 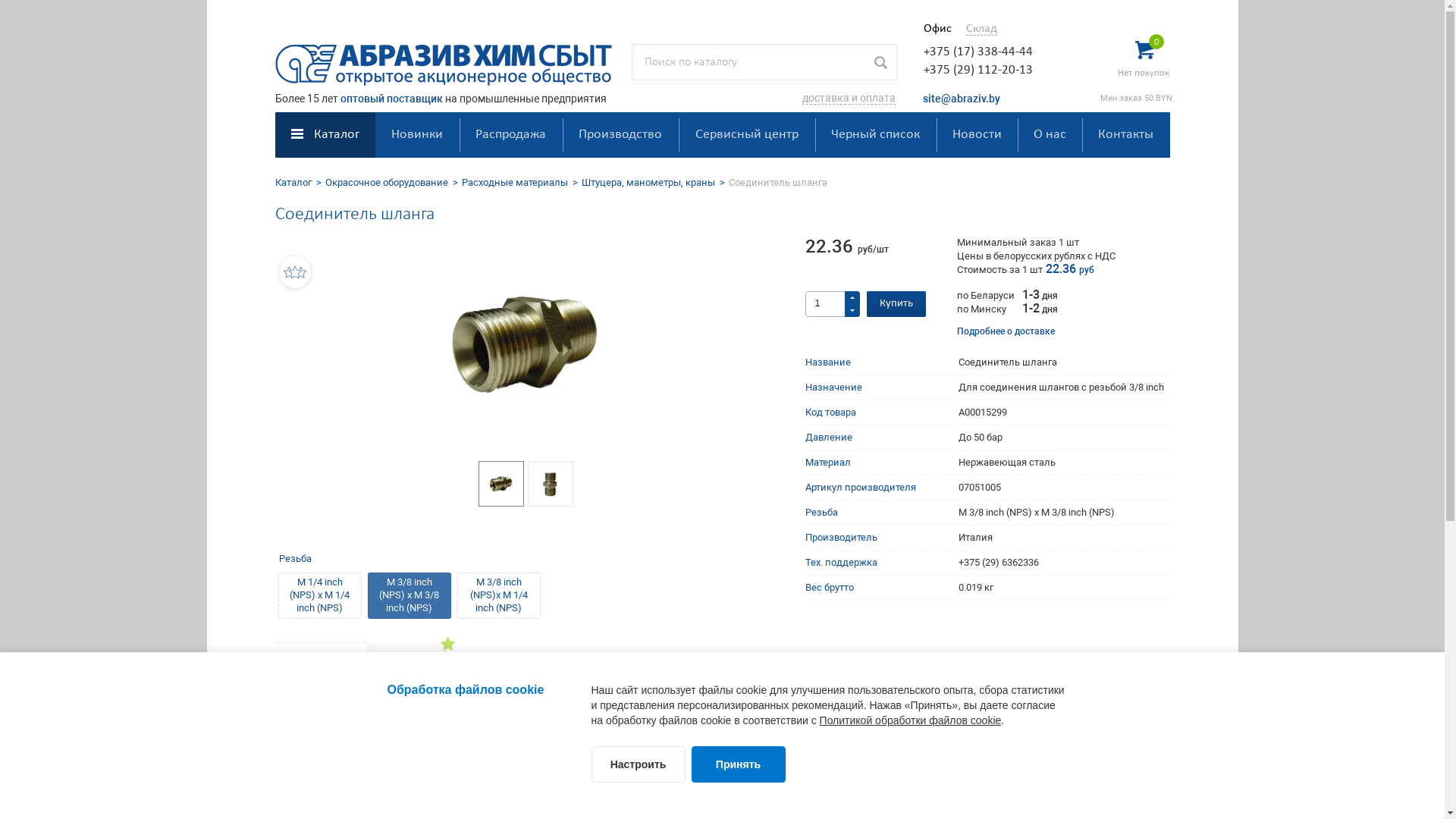 What do you see at coordinates (277, 595) in the screenshot?
I see `'M 1/4 inch (NPS) x M 1/4 inch (NPS)'` at bounding box center [277, 595].